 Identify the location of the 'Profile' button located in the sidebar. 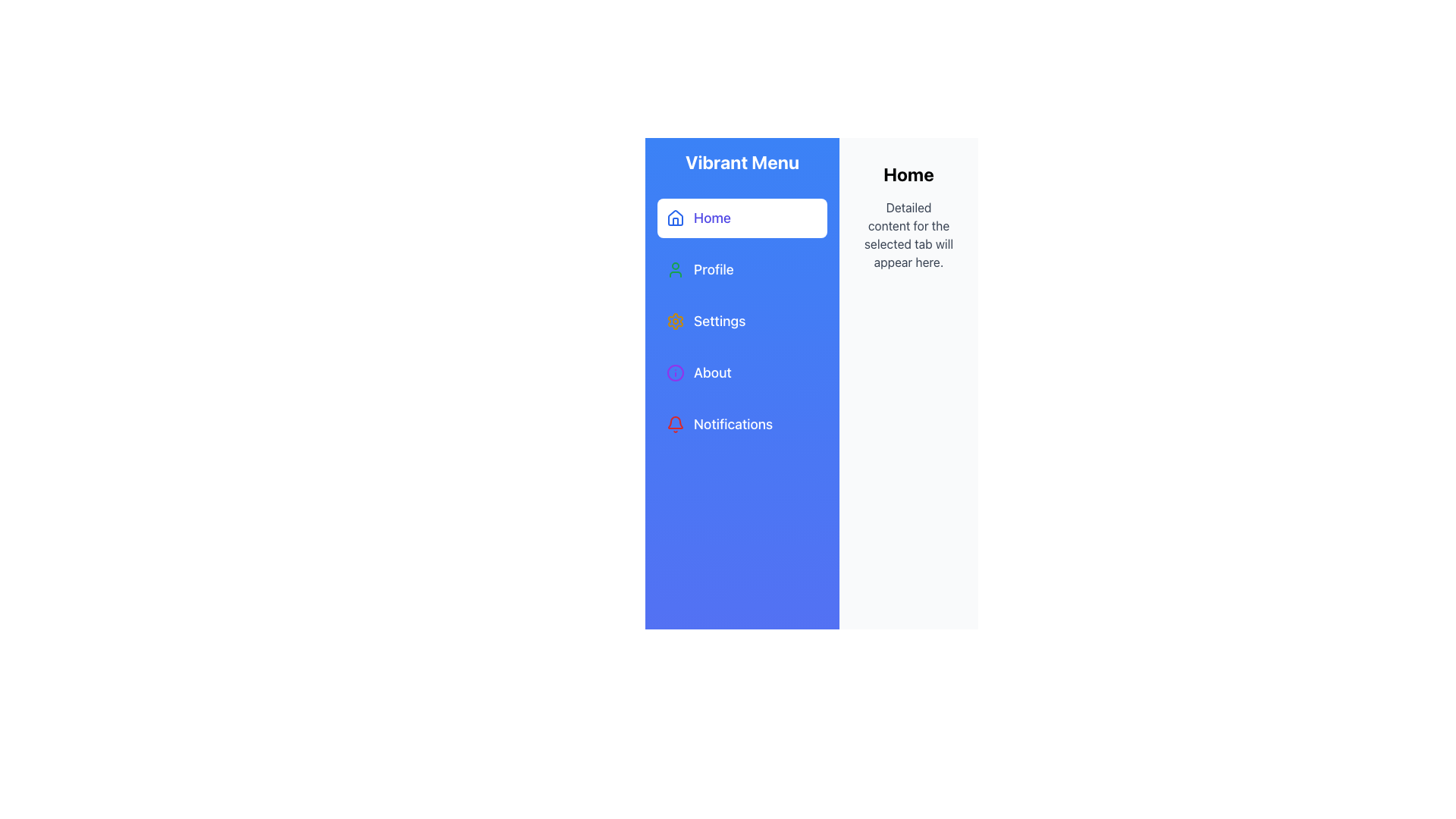
(742, 268).